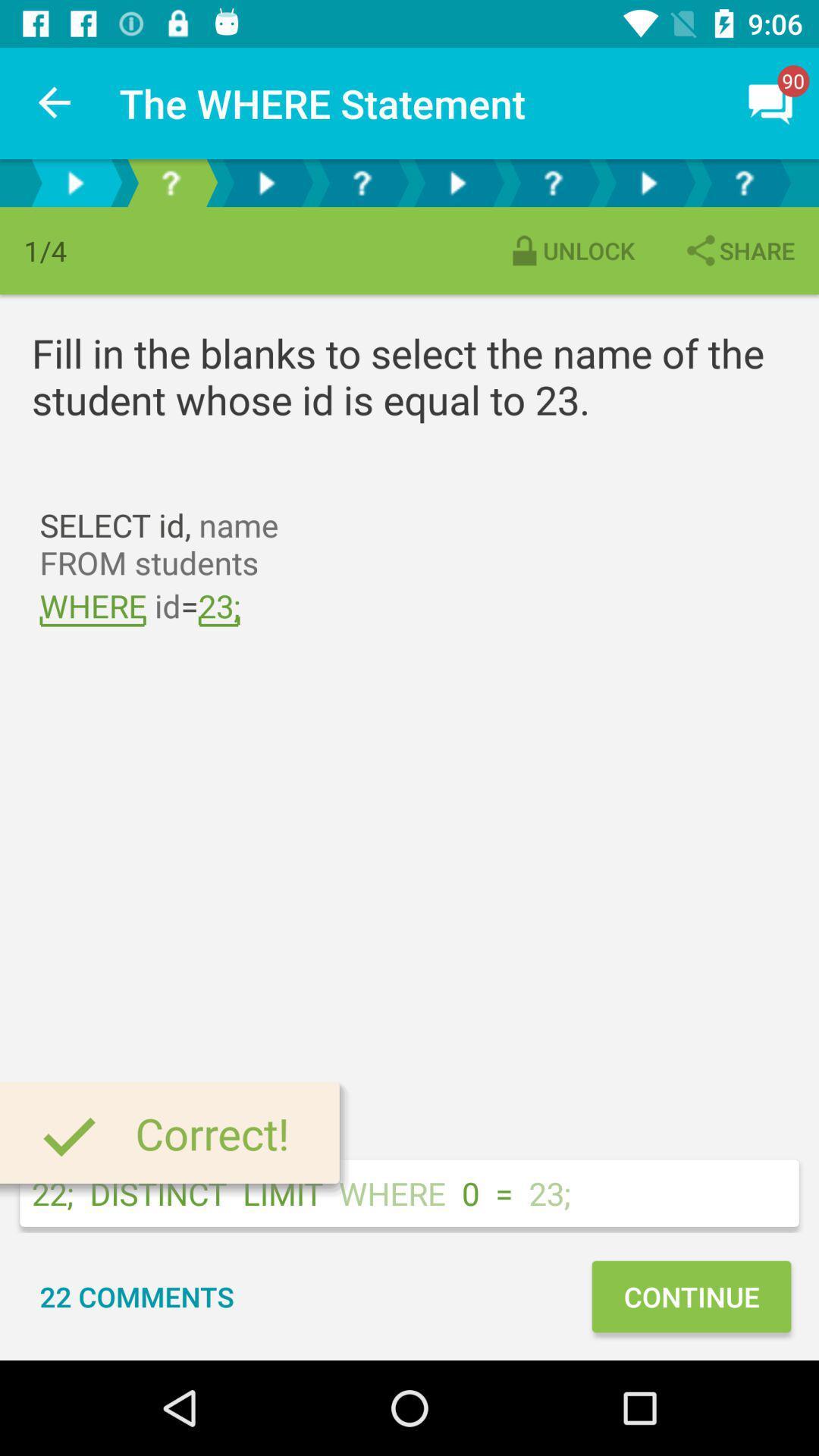 The image size is (819, 1456). Describe the element at coordinates (742, 182) in the screenshot. I see `the help icon` at that location.